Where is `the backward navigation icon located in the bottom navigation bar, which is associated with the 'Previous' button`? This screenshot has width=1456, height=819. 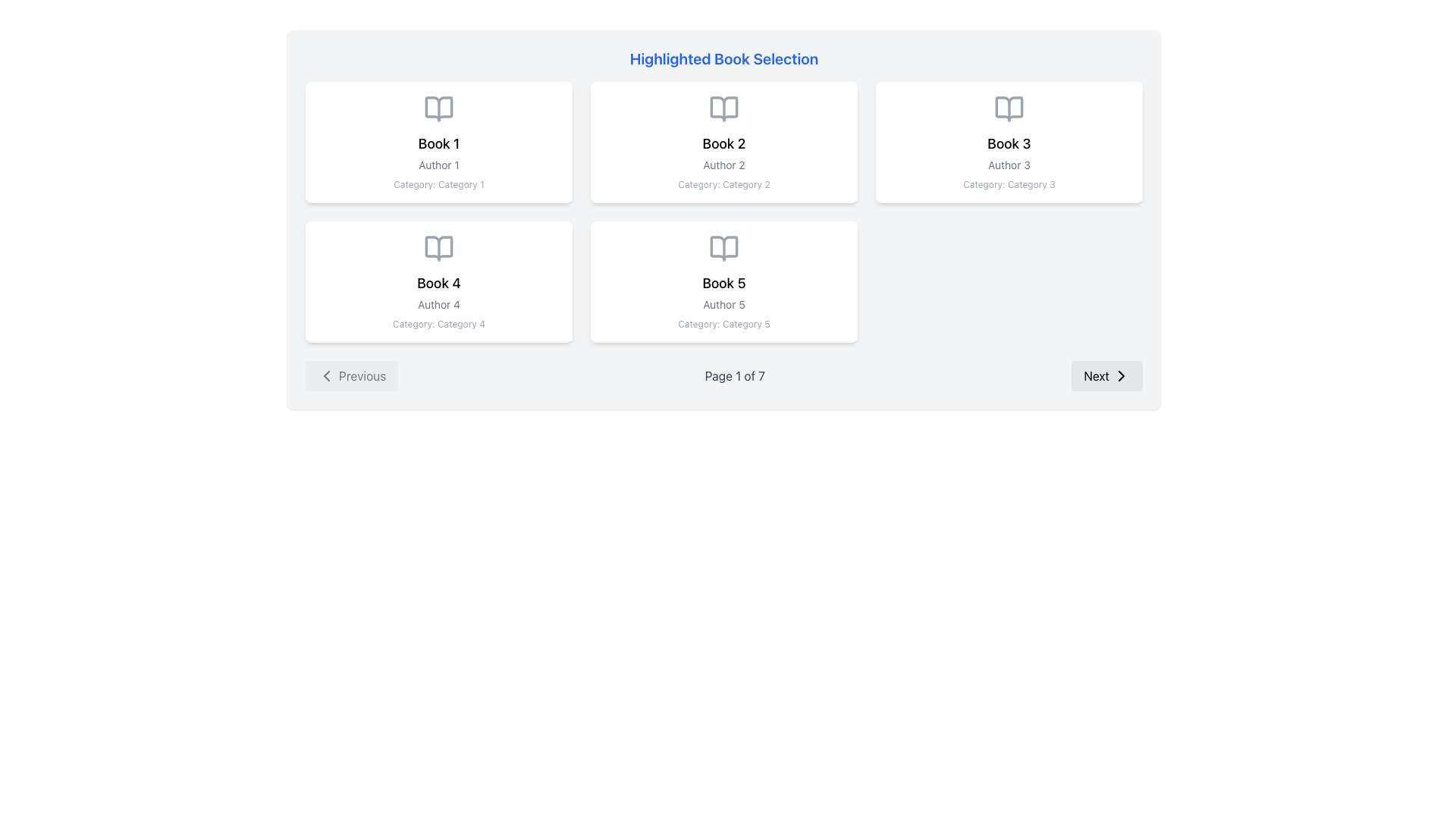
the backward navigation icon located in the bottom navigation bar, which is associated with the 'Previous' button is located at coordinates (326, 375).